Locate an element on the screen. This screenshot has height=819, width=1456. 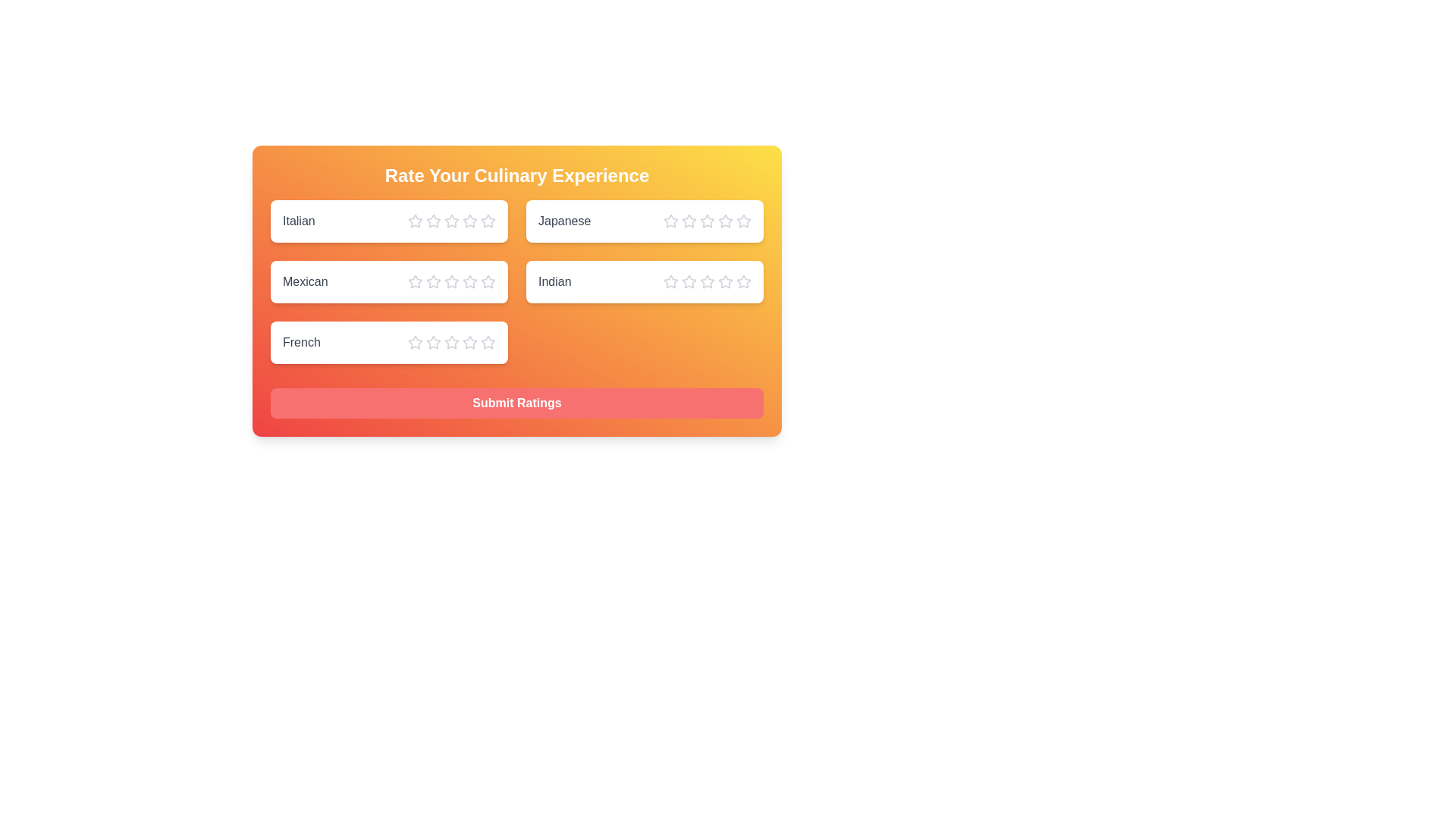
the star corresponding to the rating 3 for the cuisine French is located at coordinates (450, 342).